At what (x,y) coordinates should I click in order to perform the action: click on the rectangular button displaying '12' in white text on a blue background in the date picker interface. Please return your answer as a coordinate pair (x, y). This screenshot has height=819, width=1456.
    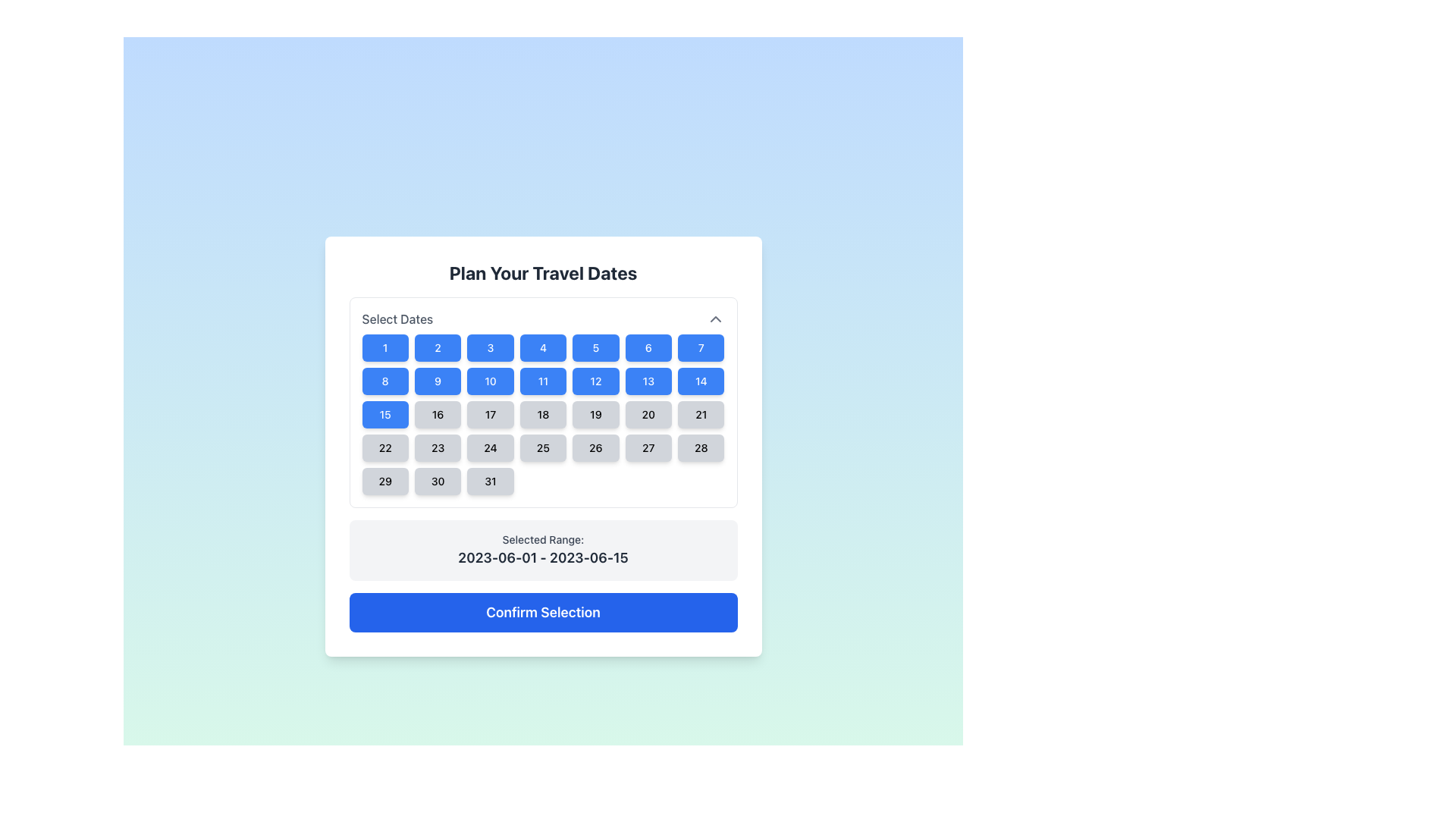
    Looking at the image, I should click on (595, 380).